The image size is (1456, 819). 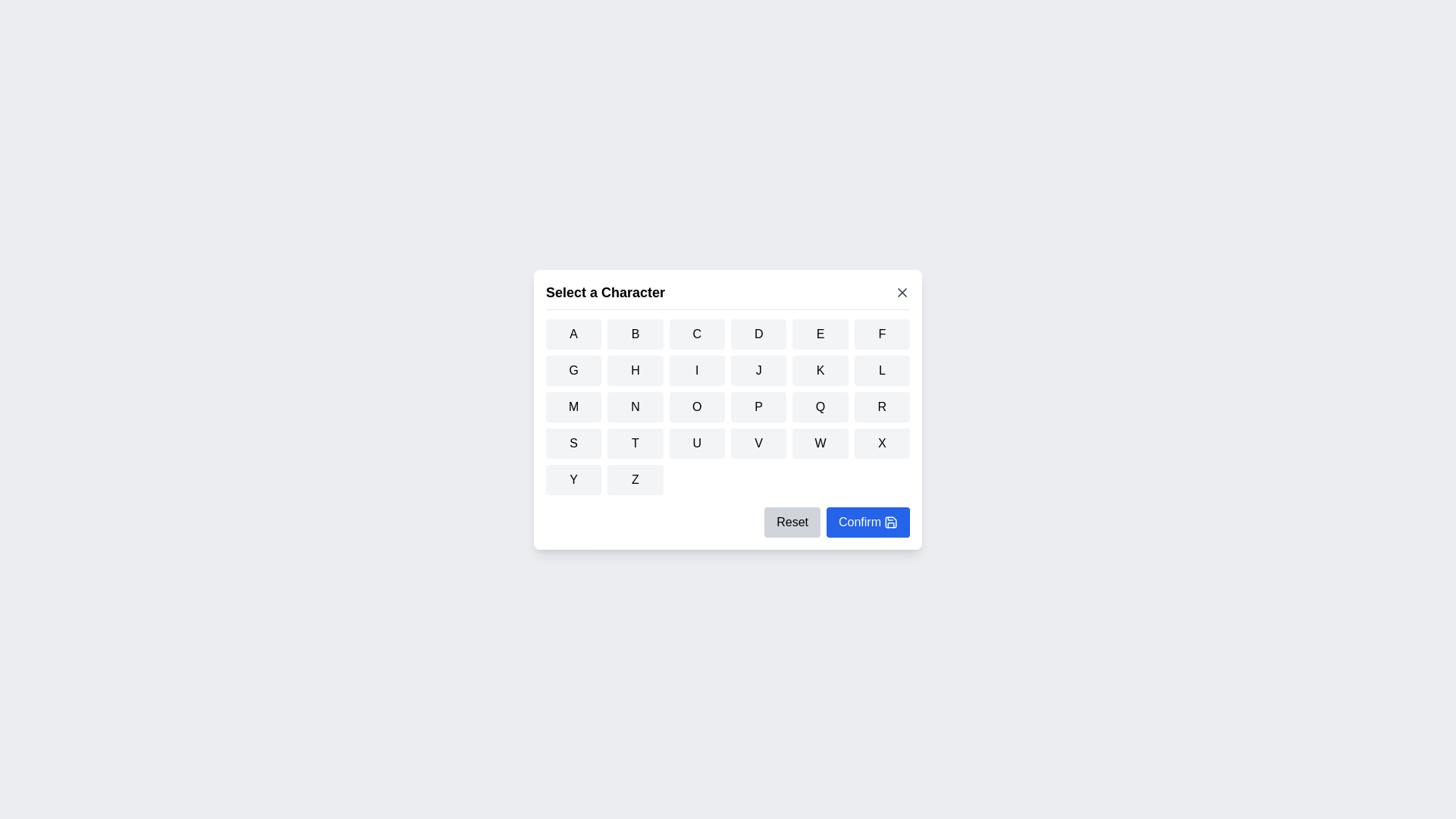 I want to click on the close button in the header to close the dialog, so click(x=902, y=292).